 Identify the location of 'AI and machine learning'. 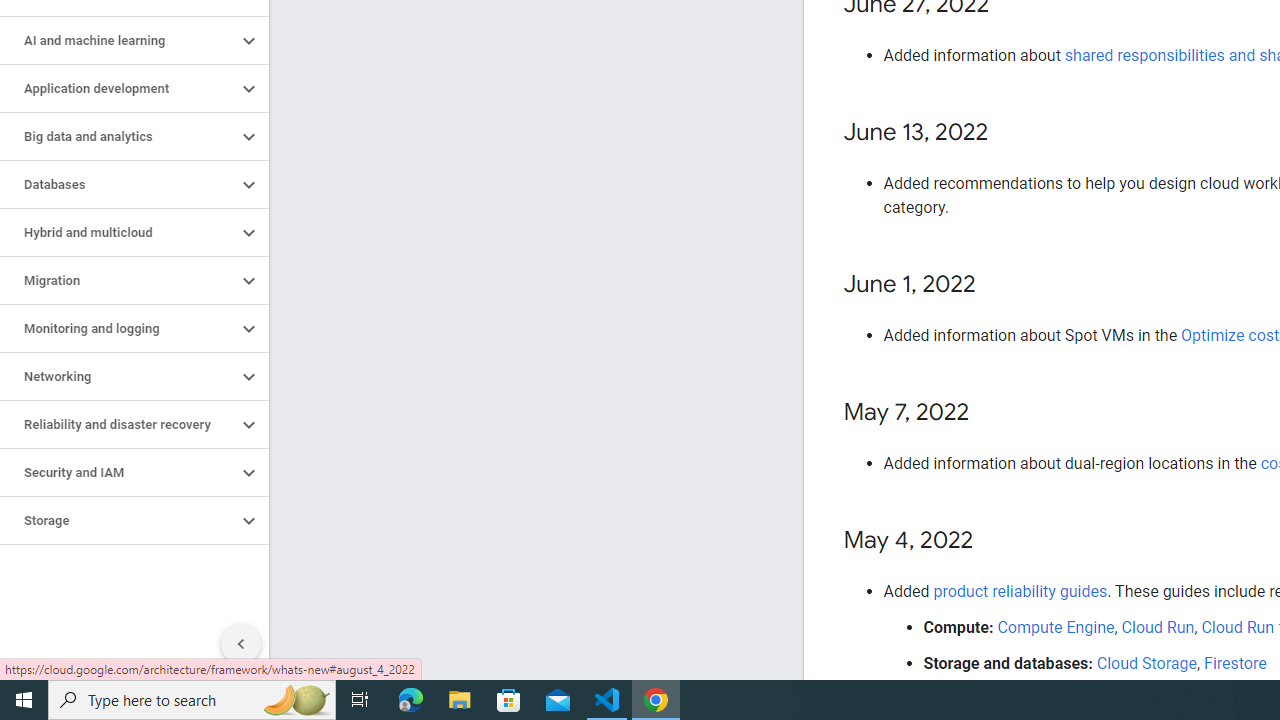
(117, 41).